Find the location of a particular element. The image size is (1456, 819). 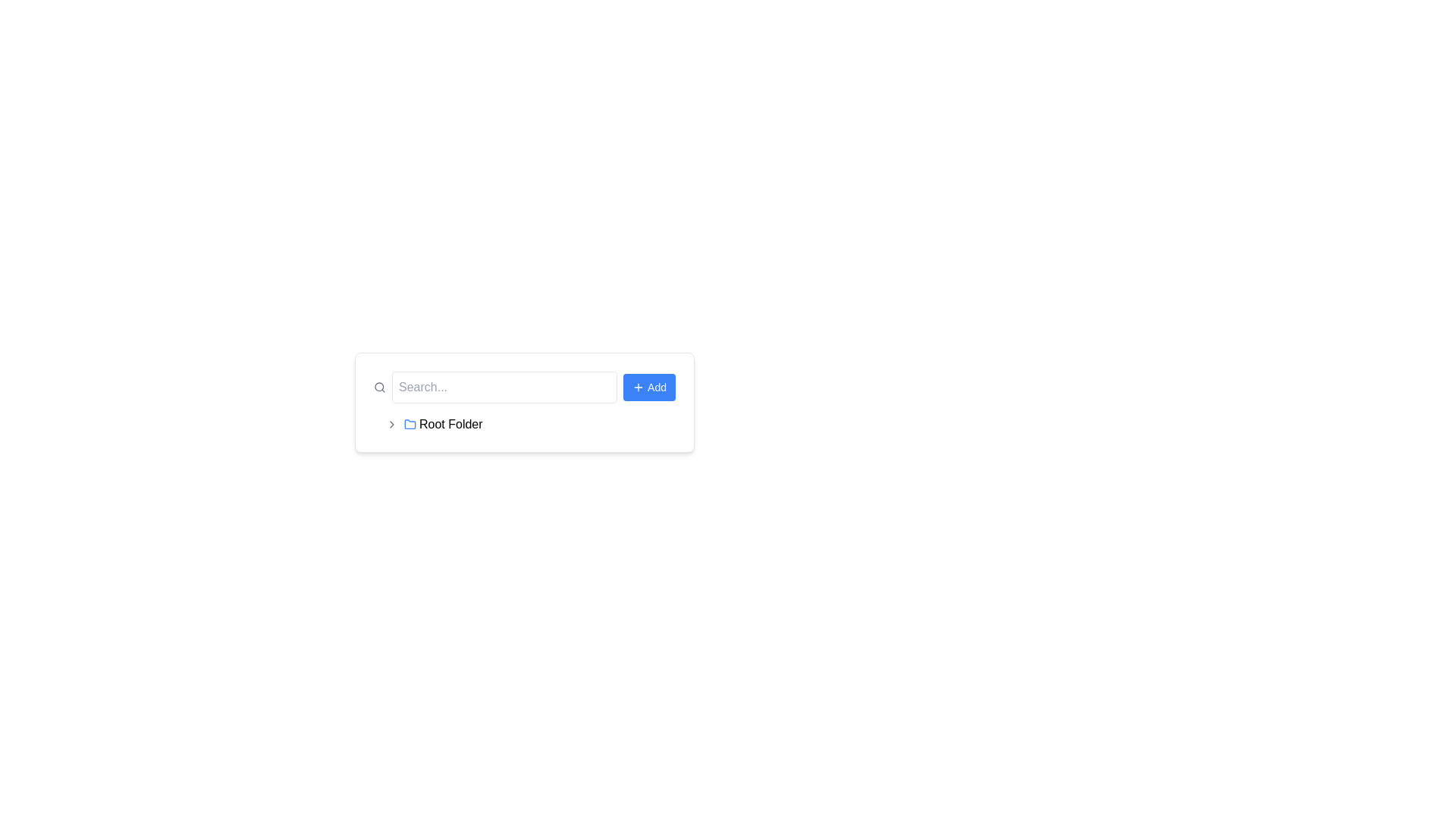

the small blue outlined folder icon located to the left of the 'Root Folder' text to interact with the folder is located at coordinates (410, 424).